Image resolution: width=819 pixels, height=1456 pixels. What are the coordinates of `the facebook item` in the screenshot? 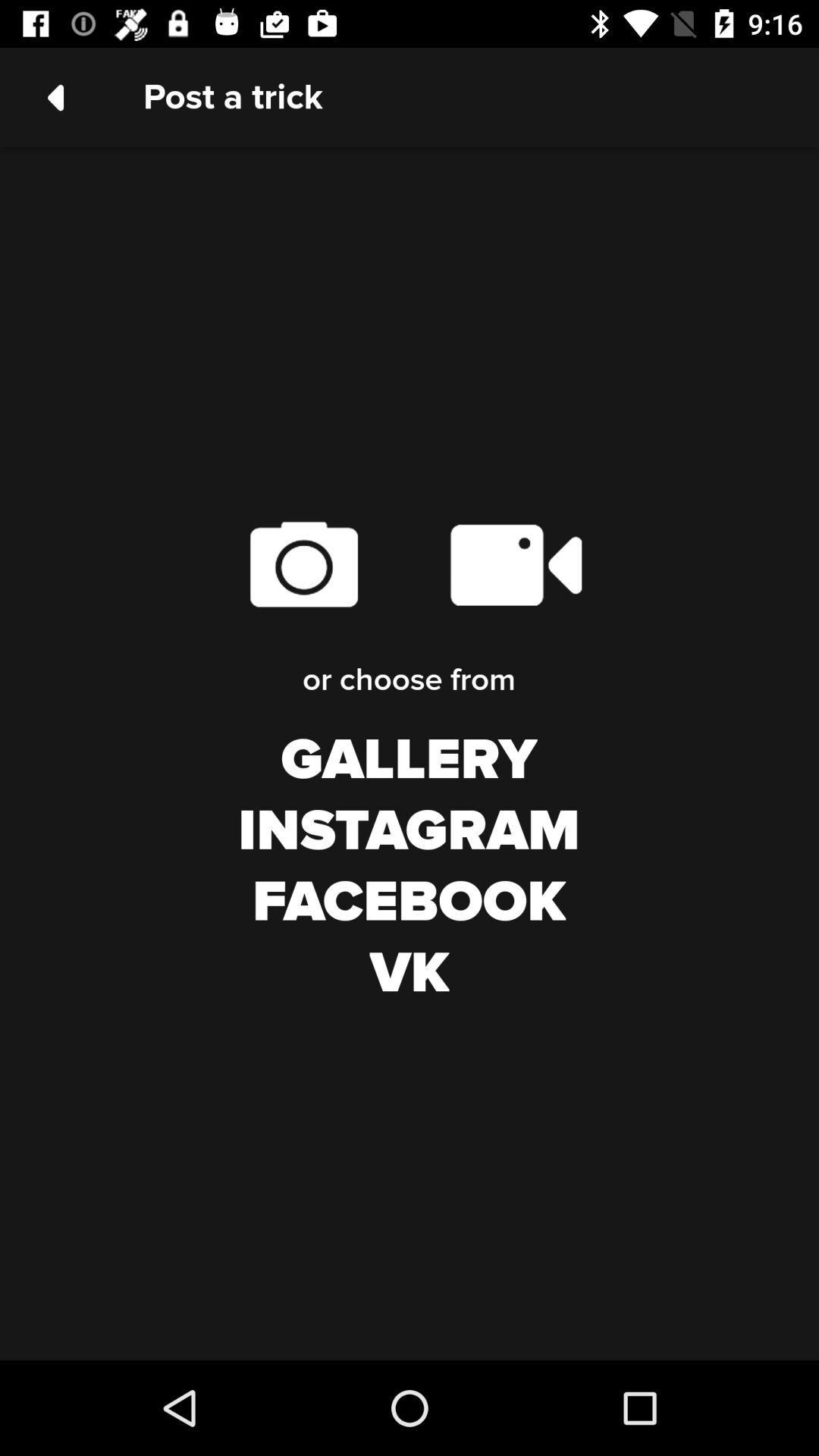 It's located at (408, 902).